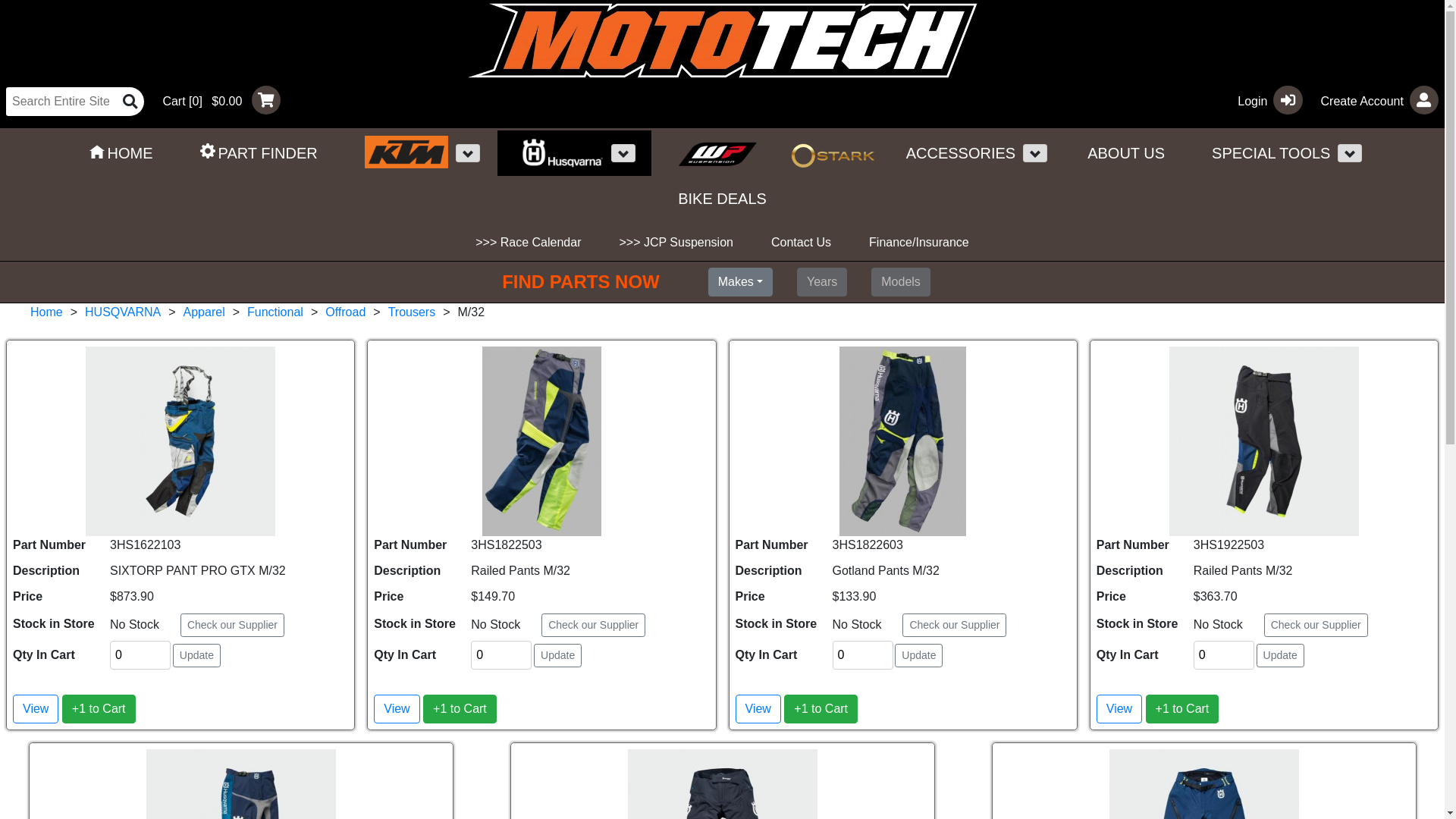  Describe the element at coordinates (675, 242) in the screenshot. I see `'>>> JCP Suspension'` at that location.